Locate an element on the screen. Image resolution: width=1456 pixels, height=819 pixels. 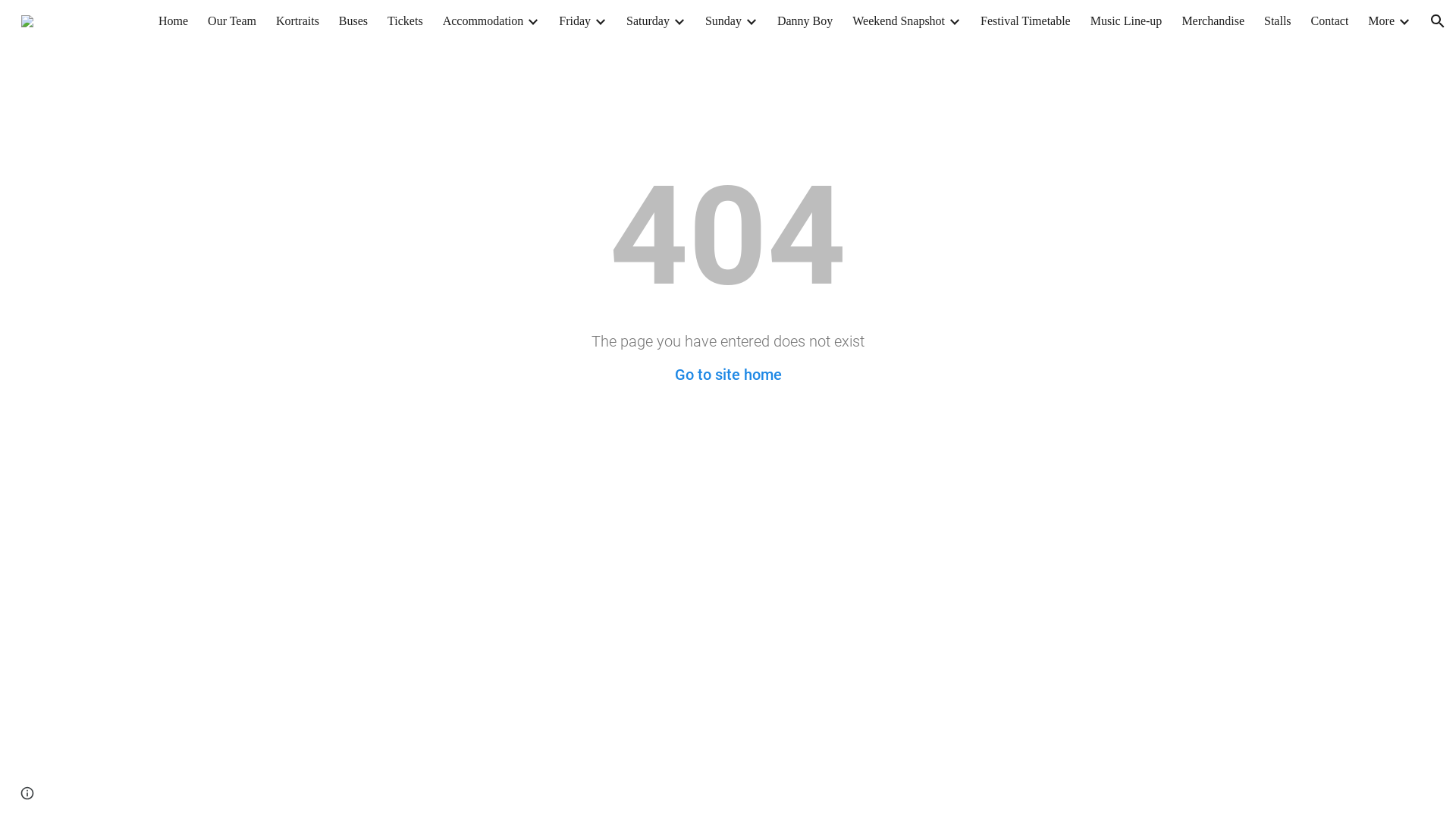
'Music Line-up' is located at coordinates (1126, 20).